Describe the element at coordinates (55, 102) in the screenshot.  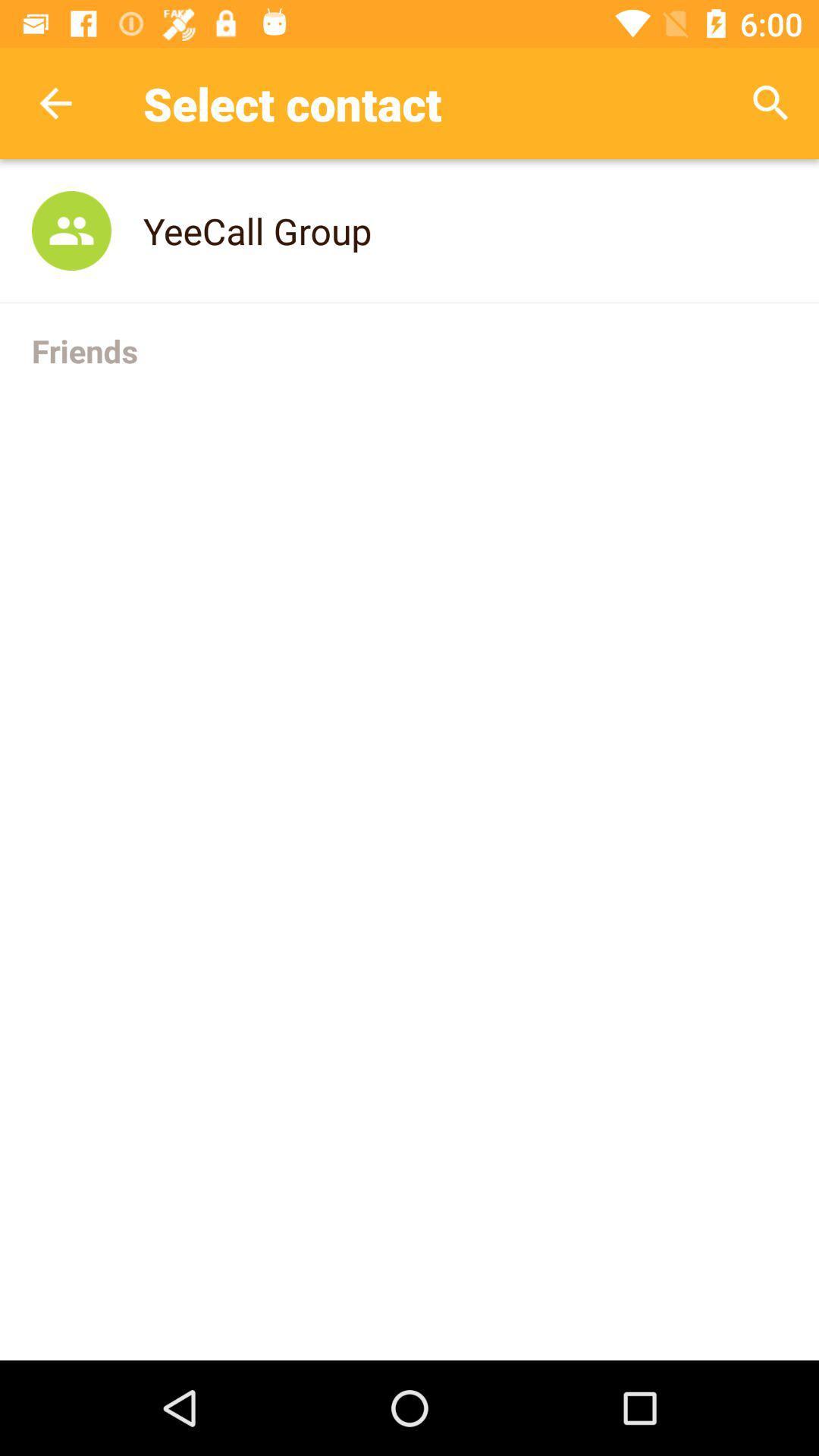
I see `go back` at that location.